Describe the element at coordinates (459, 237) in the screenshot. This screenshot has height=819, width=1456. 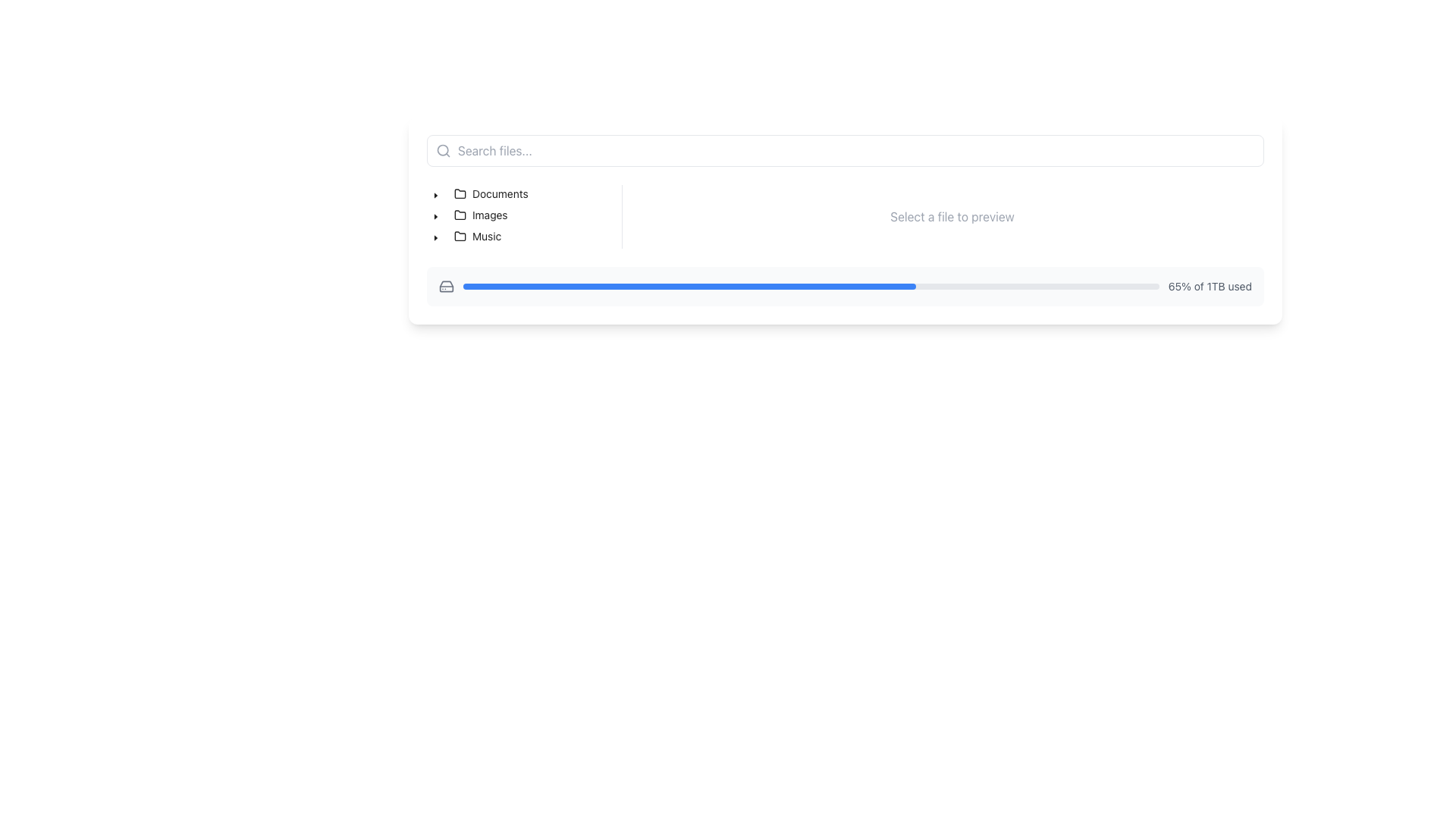
I see `the folder icon located to the left of the text 'Music', which has a gray stroke and no fill color` at that location.